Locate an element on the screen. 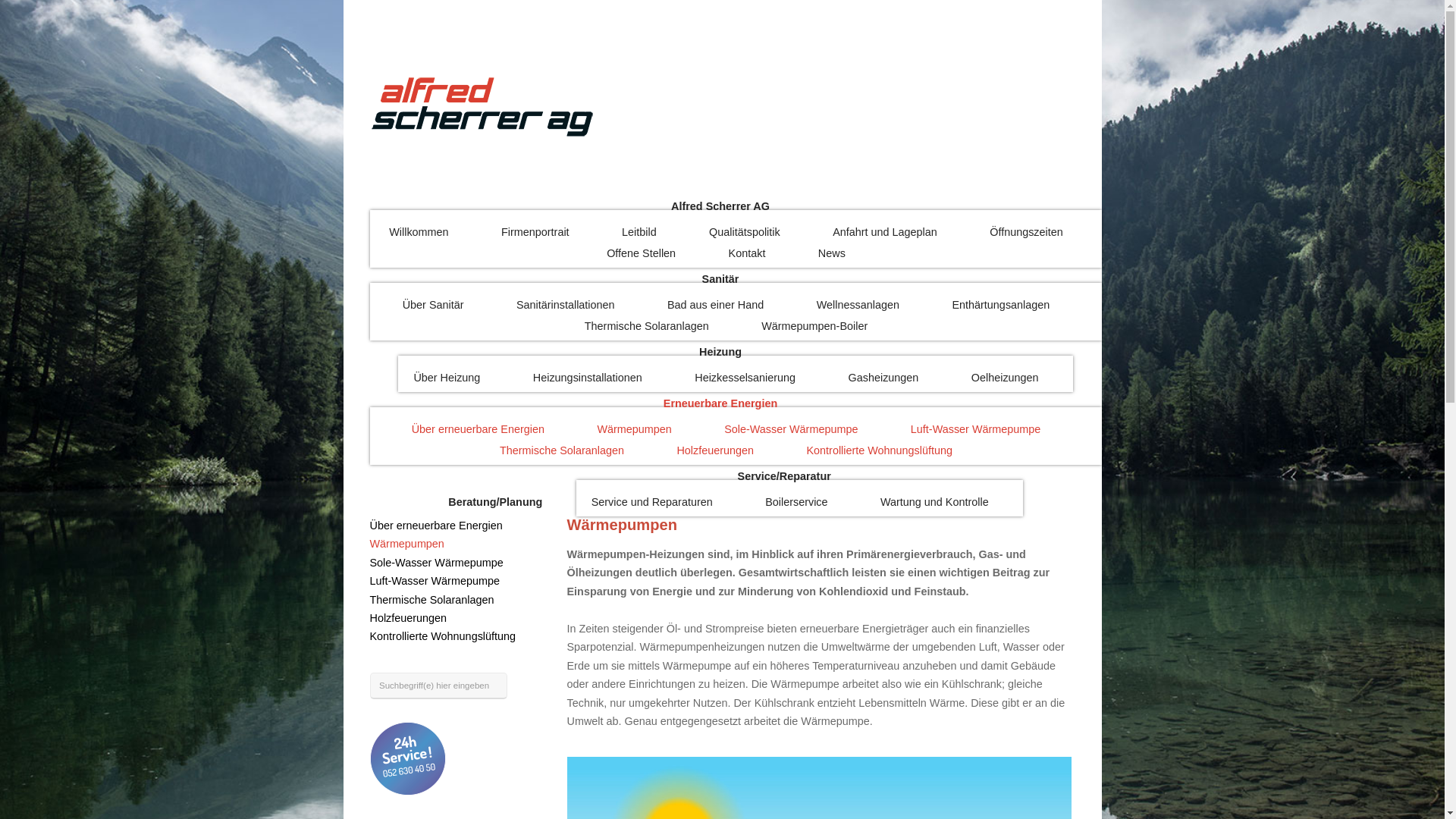 The width and height of the screenshot is (1456, 819). 'Kontakt' is located at coordinates (747, 256).